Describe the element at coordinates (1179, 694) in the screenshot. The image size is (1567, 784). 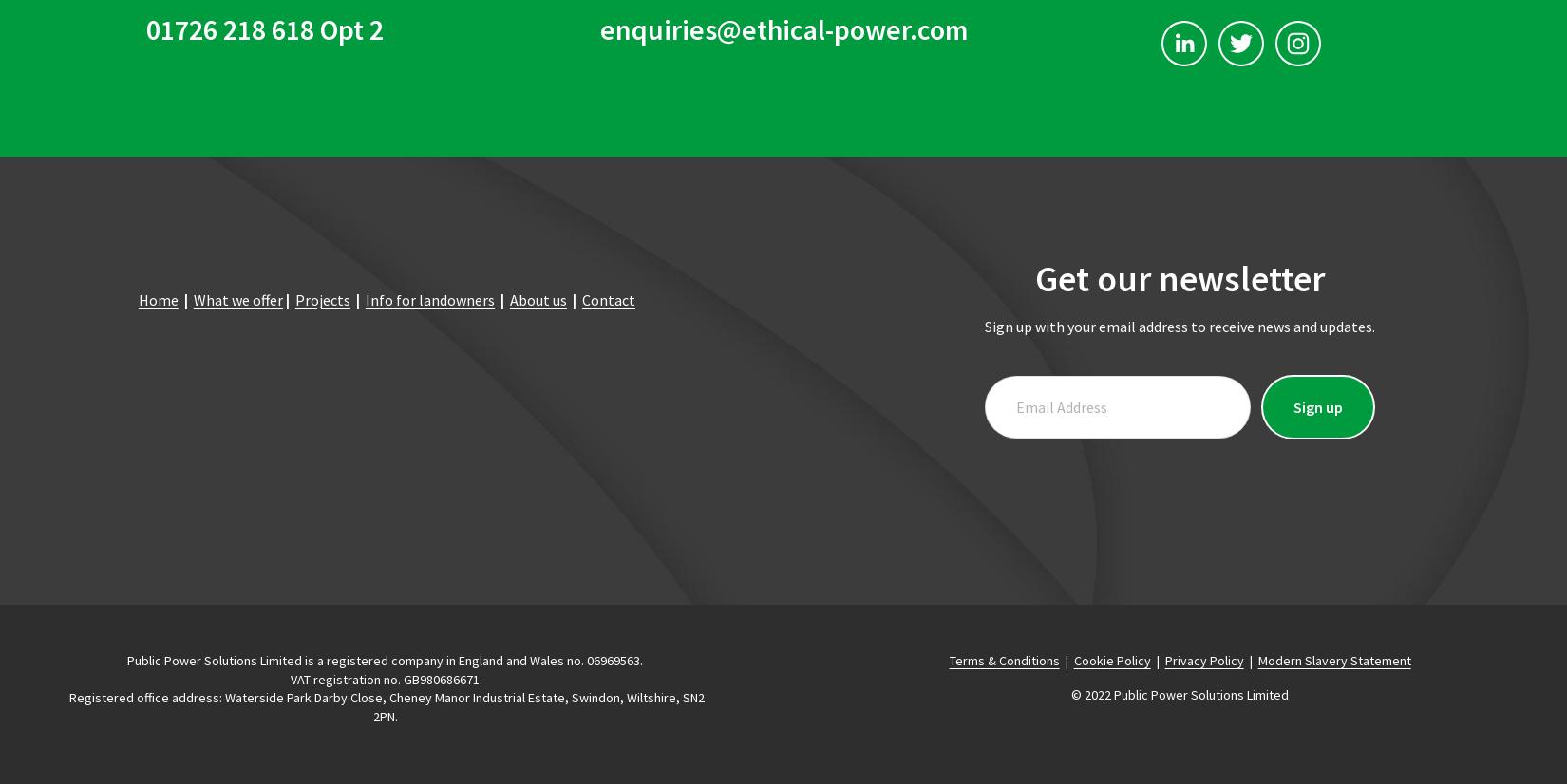
I see `'© 2022 Public Power Solutions Limited'` at that location.